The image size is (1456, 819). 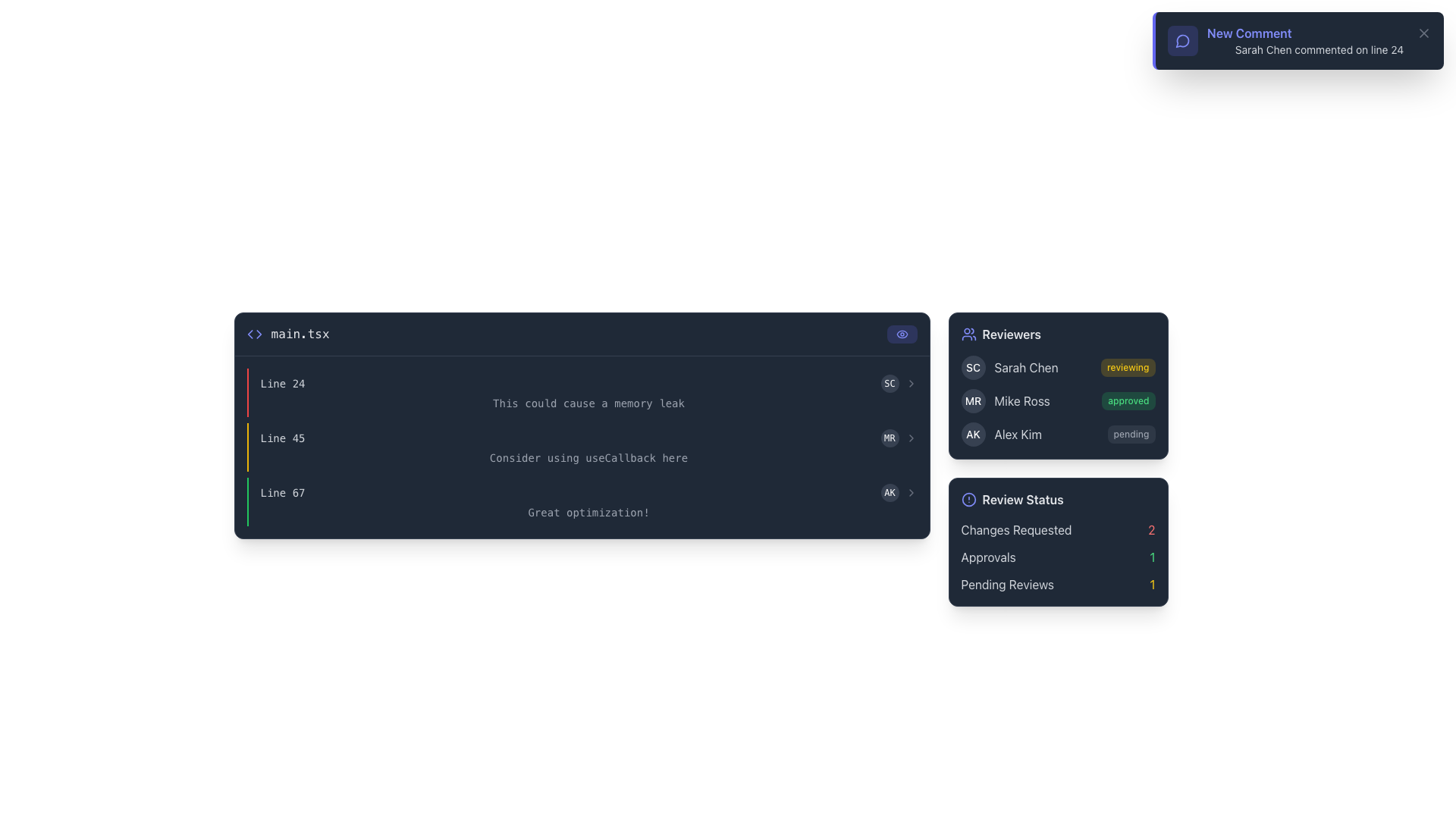 What do you see at coordinates (1057, 400) in the screenshot?
I see `the green 'approved' status badge of the list item for 'Mike Ross'` at bounding box center [1057, 400].